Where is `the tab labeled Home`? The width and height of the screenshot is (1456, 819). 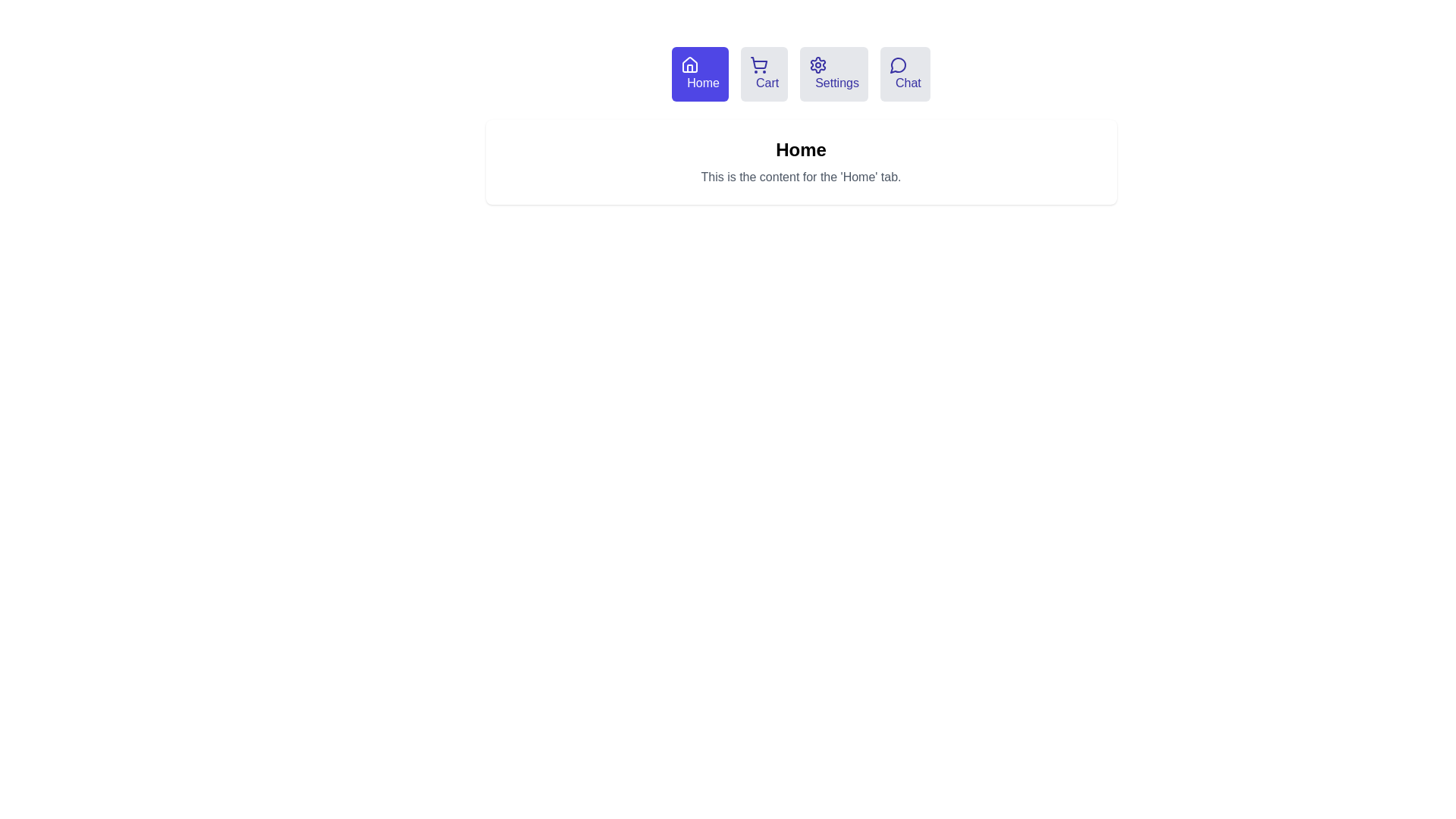 the tab labeled Home is located at coordinates (699, 74).